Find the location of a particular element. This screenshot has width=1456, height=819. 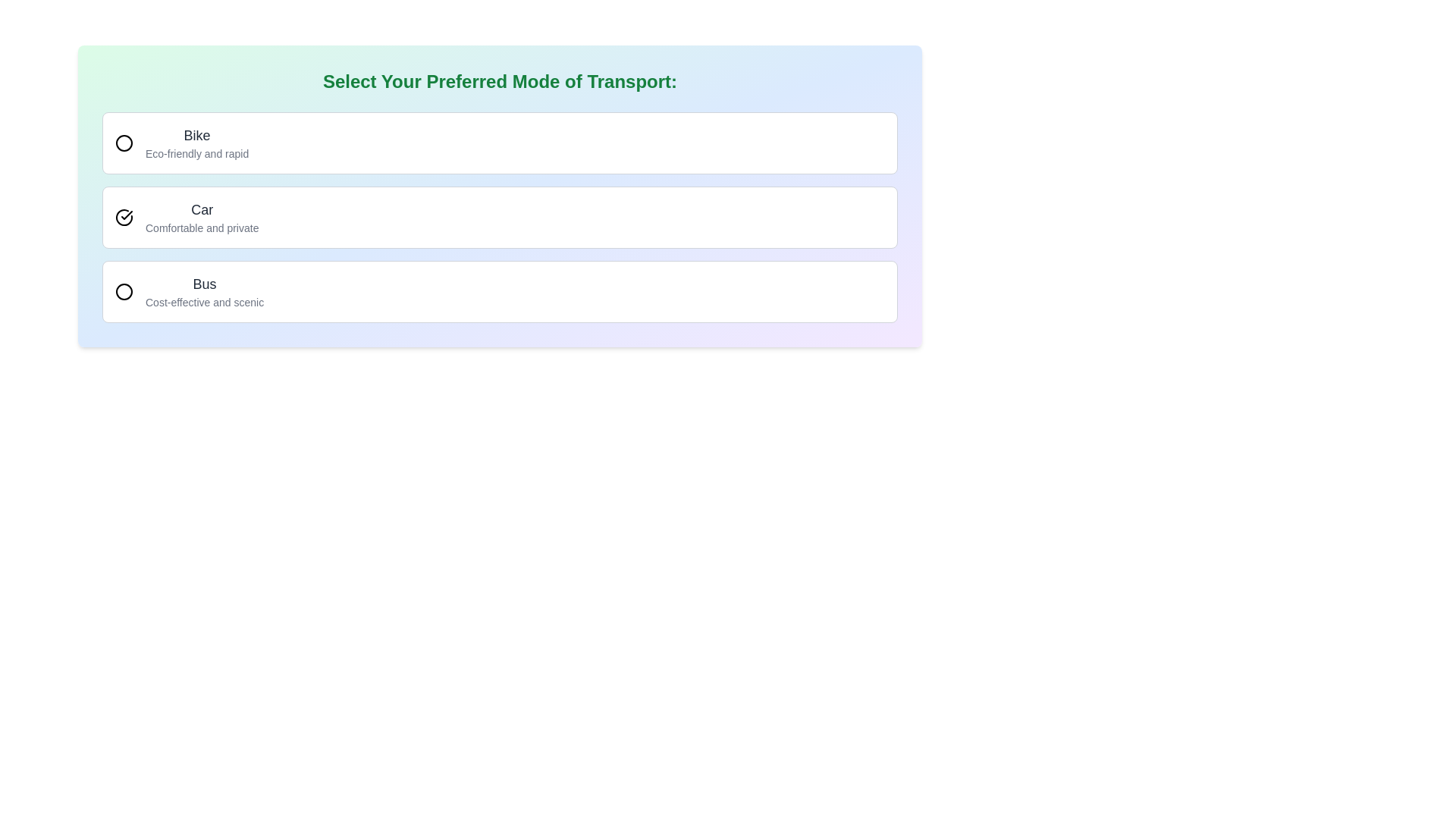

the first option card labeled 'Bike' in the selection list is located at coordinates (500, 143).